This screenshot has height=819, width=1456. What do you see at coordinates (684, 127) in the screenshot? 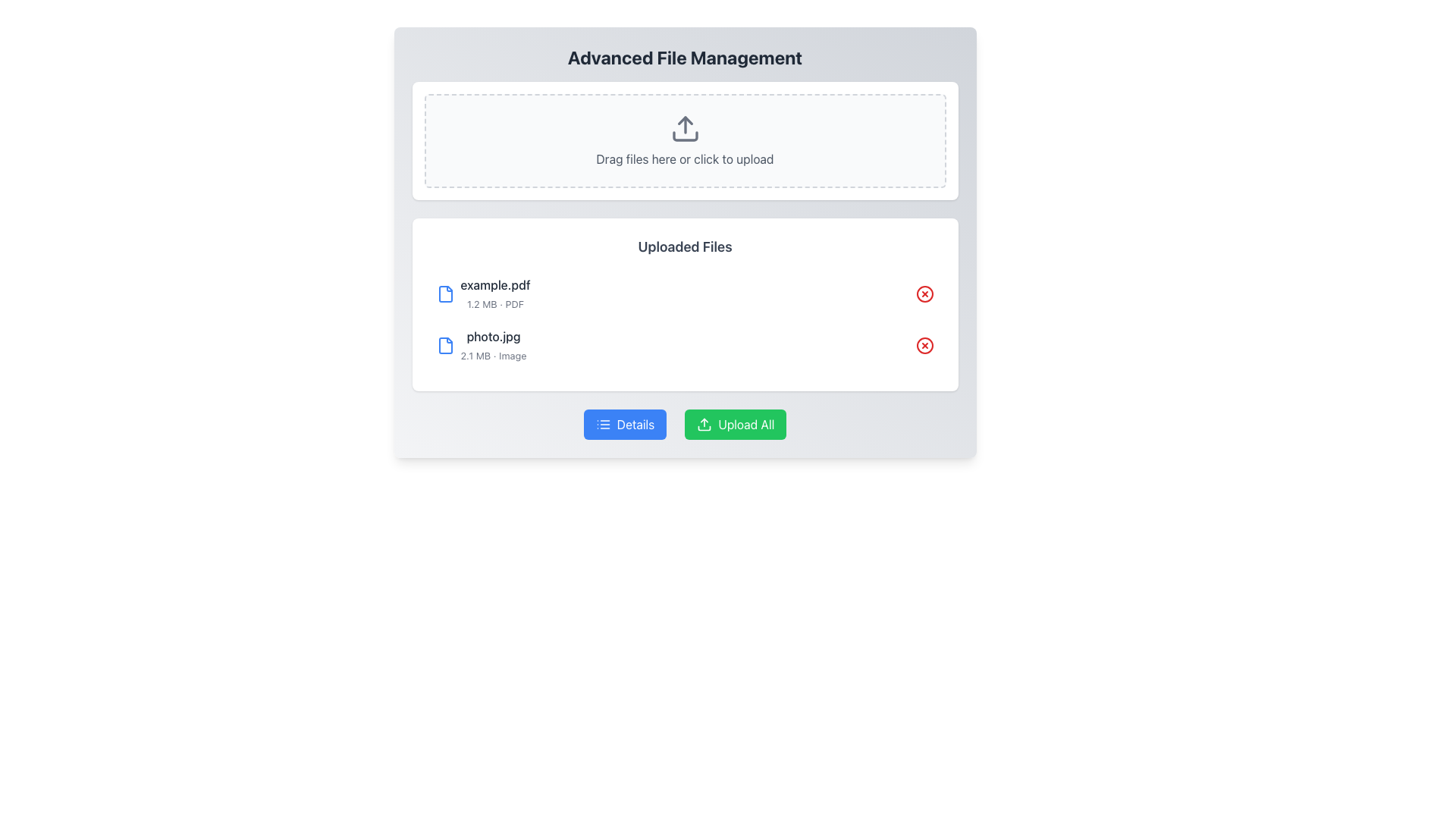
I see `the upload icon, which is a gray arrow pointing upward, located within a dashed-bordered box and centered above the text 'Drag files here or click to upload', to initiate the upload process` at bounding box center [684, 127].